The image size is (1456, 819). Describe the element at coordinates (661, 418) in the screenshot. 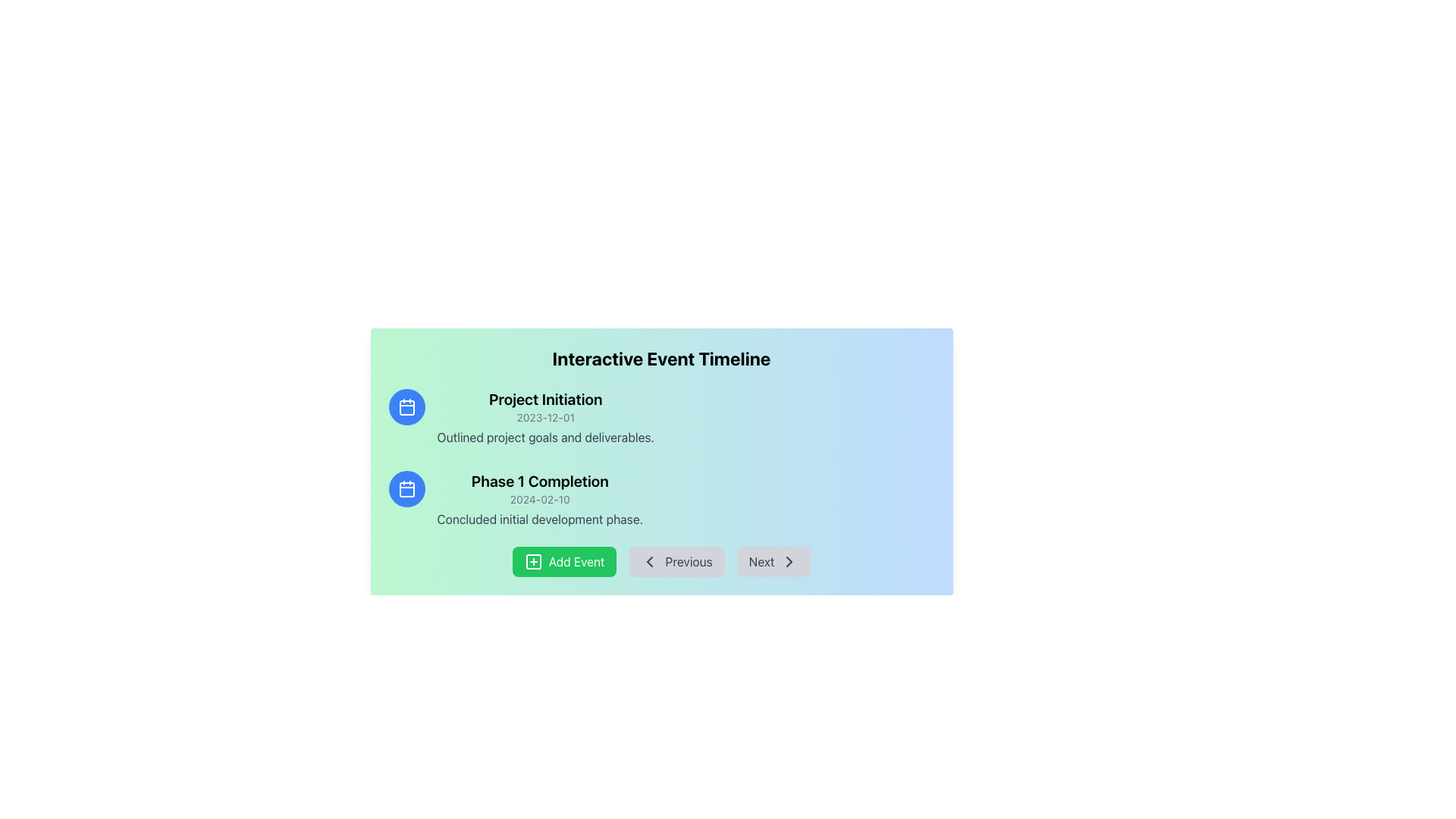

I see `the details of the Informational Card displaying information about a specific event, which is the first content block in the timeline section beneath the 'Interactive Event Timeline' header` at that location.